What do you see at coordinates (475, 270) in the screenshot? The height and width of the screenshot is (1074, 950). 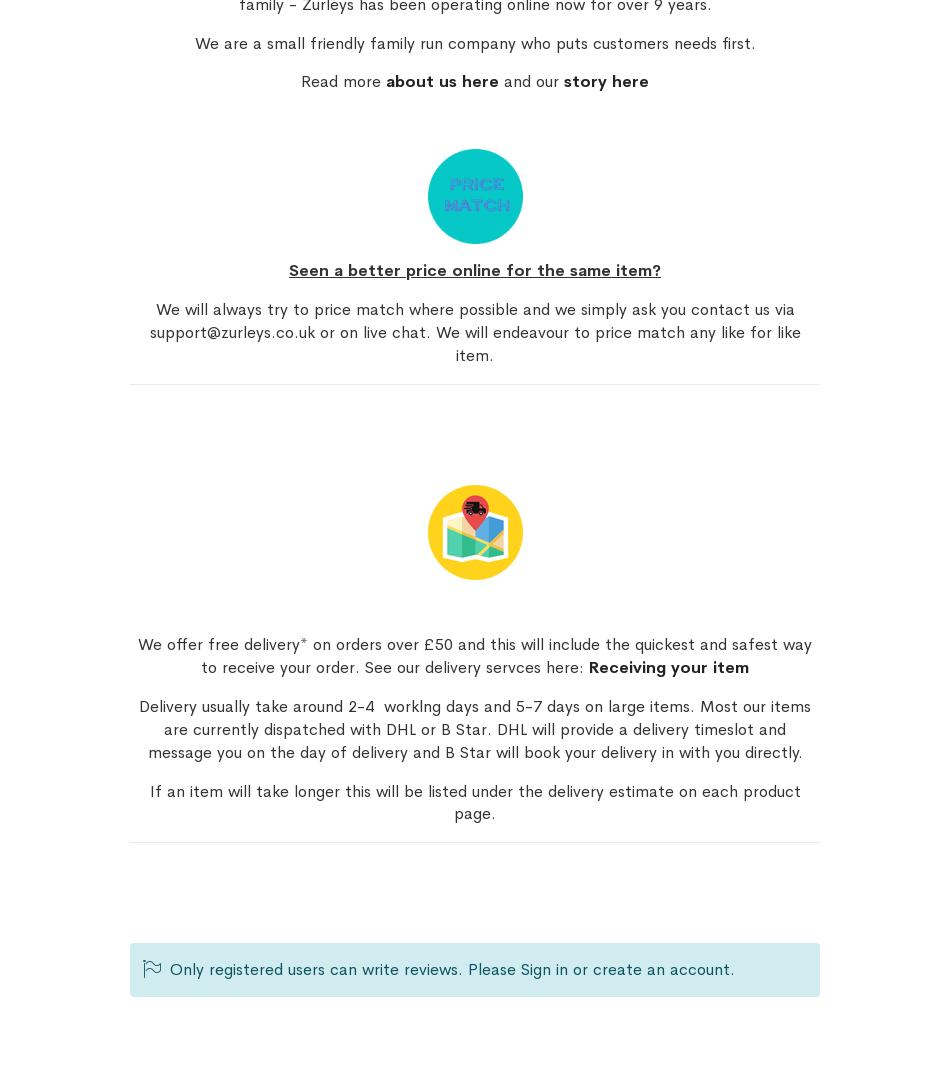 I see `'Seen a better price online for the same item?'` at bounding box center [475, 270].